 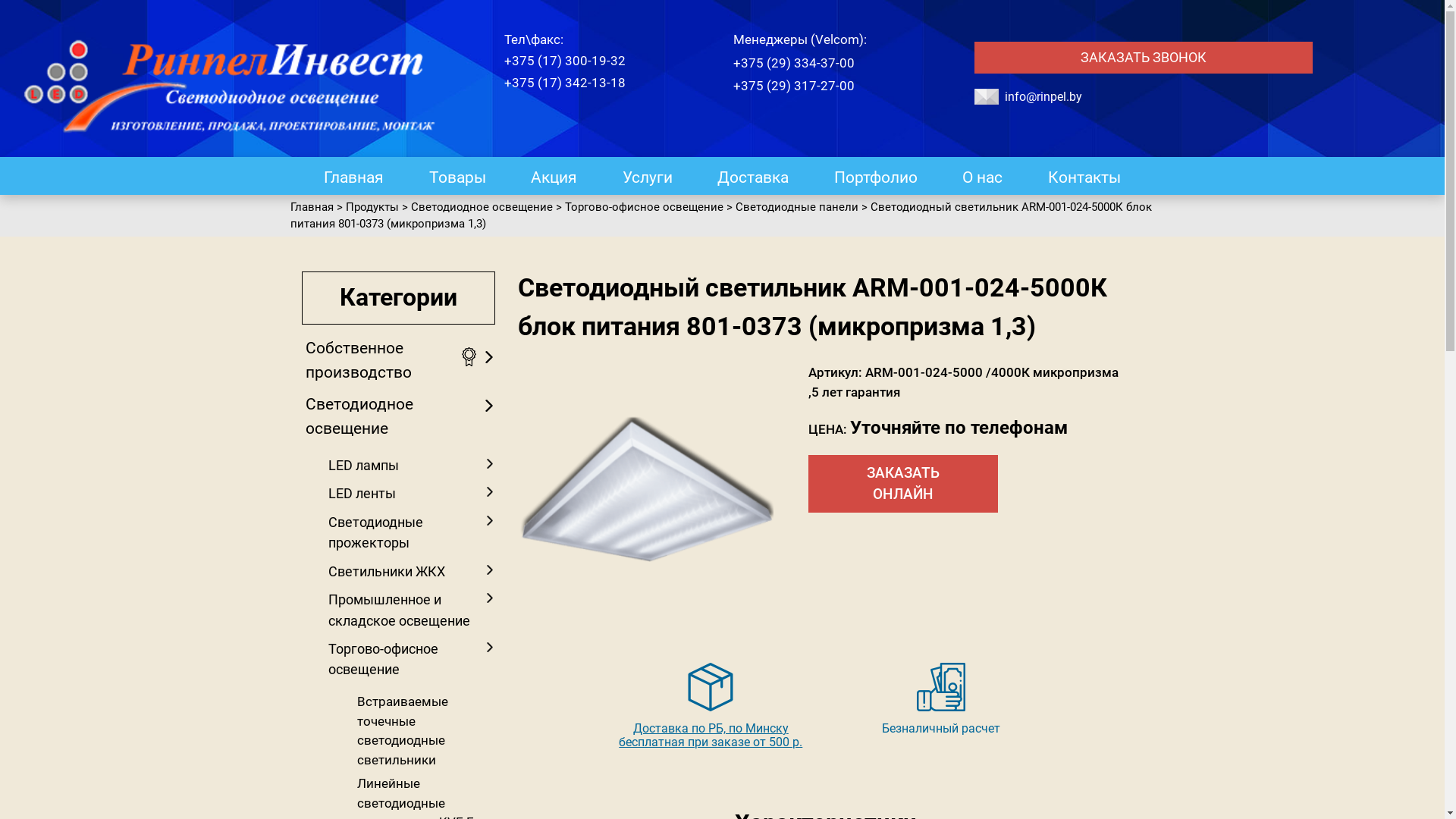 What do you see at coordinates (792, 84) in the screenshot?
I see `'+375 (29) 317-27-00'` at bounding box center [792, 84].